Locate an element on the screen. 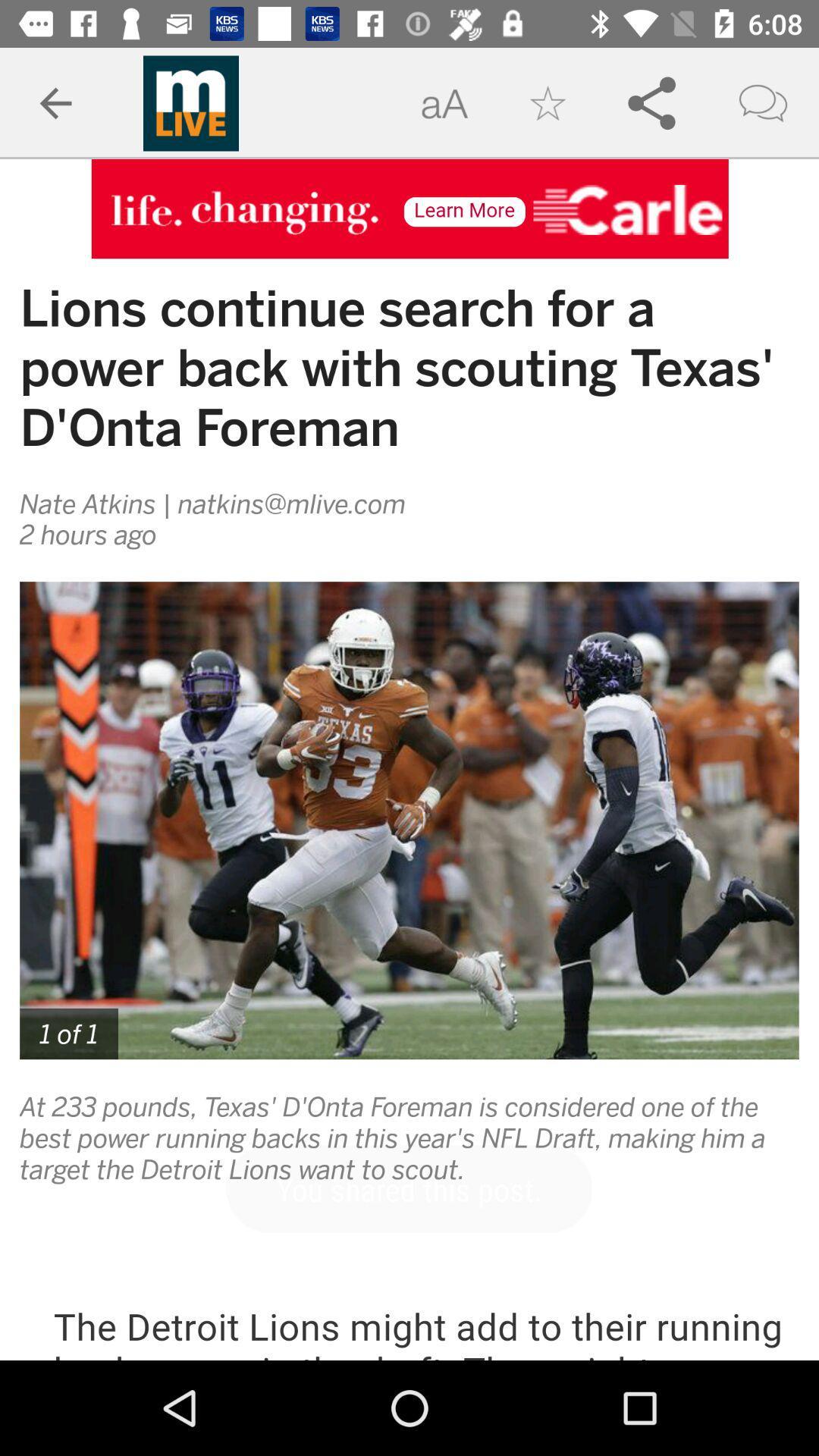  the text to the left of star icon is located at coordinates (444, 103).